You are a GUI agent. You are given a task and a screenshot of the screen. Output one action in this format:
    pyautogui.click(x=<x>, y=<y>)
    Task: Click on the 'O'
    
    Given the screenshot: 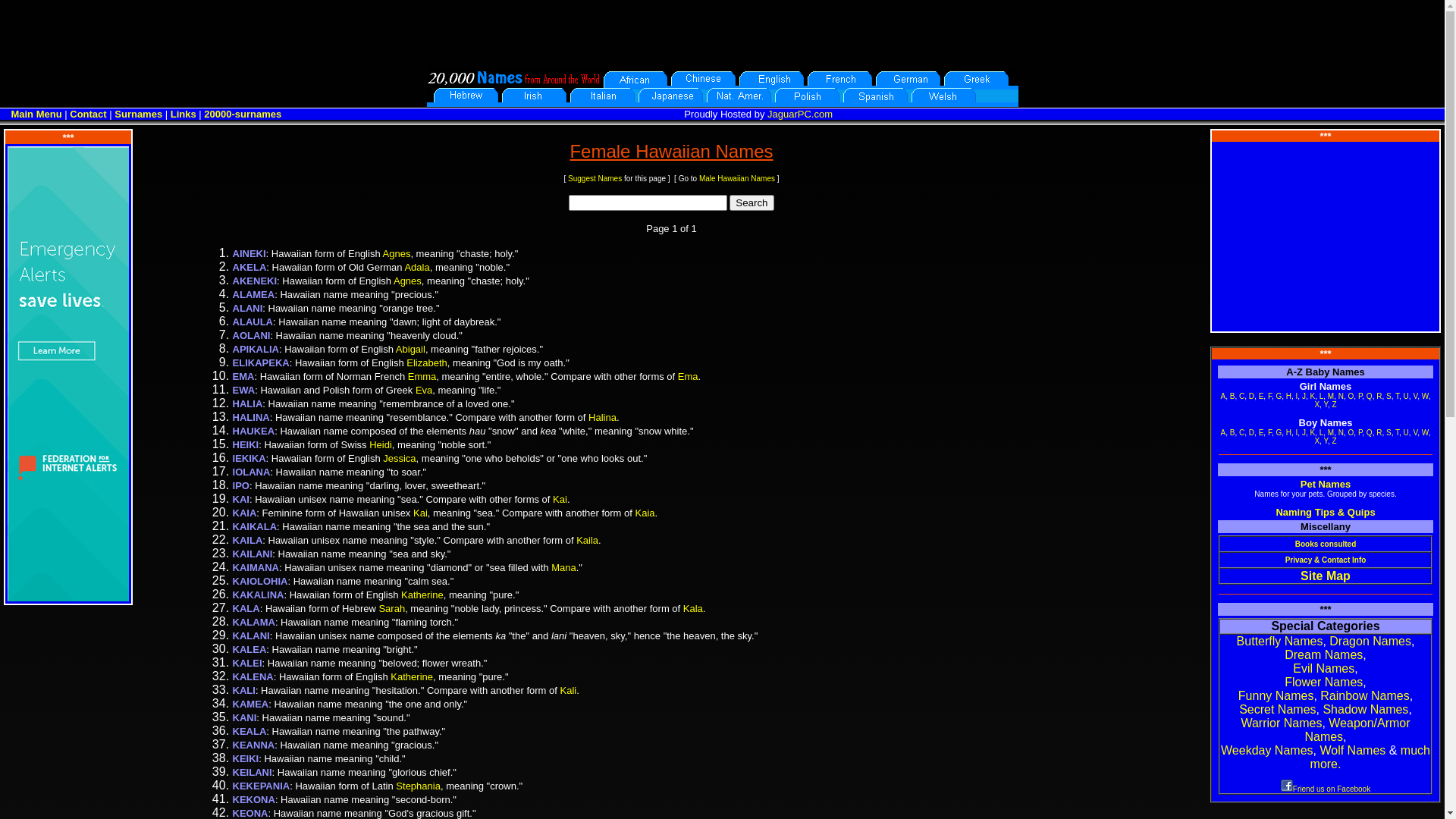 What is the action you would take?
    pyautogui.click(x=1351, y=432)
    